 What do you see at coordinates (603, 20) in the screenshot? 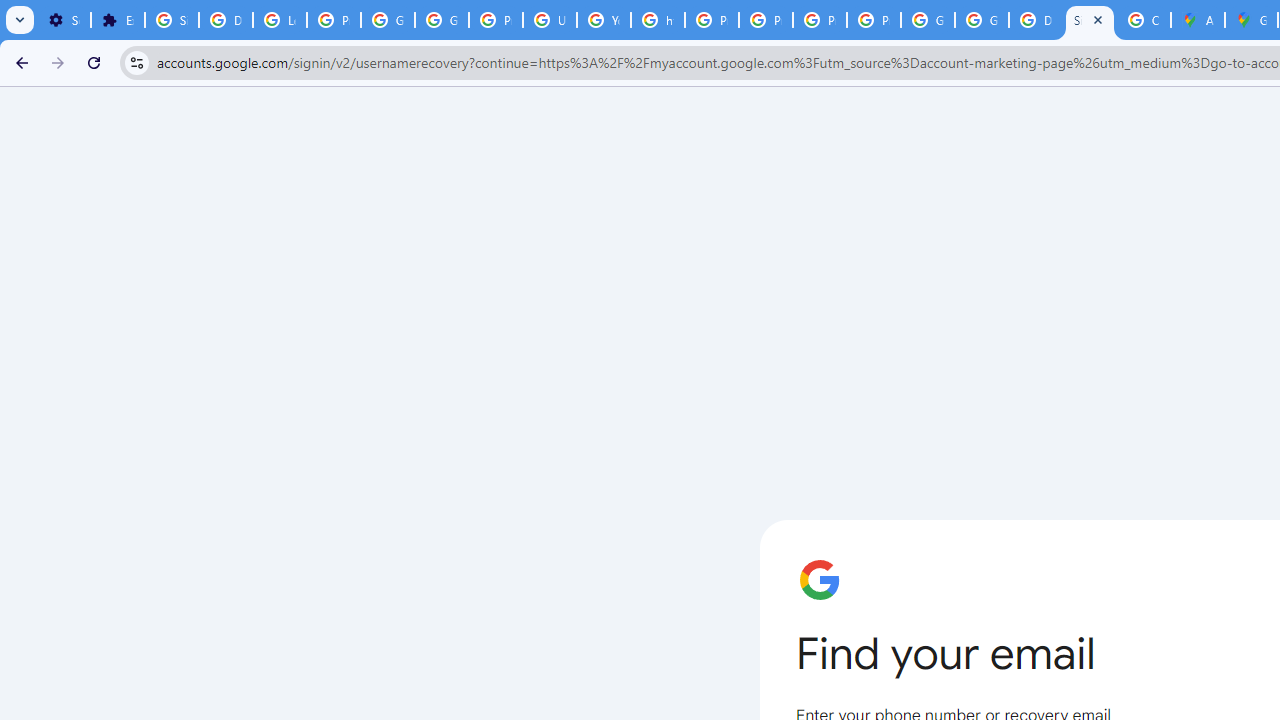
I see `'YouTube'` at bounding box center [603, 20].